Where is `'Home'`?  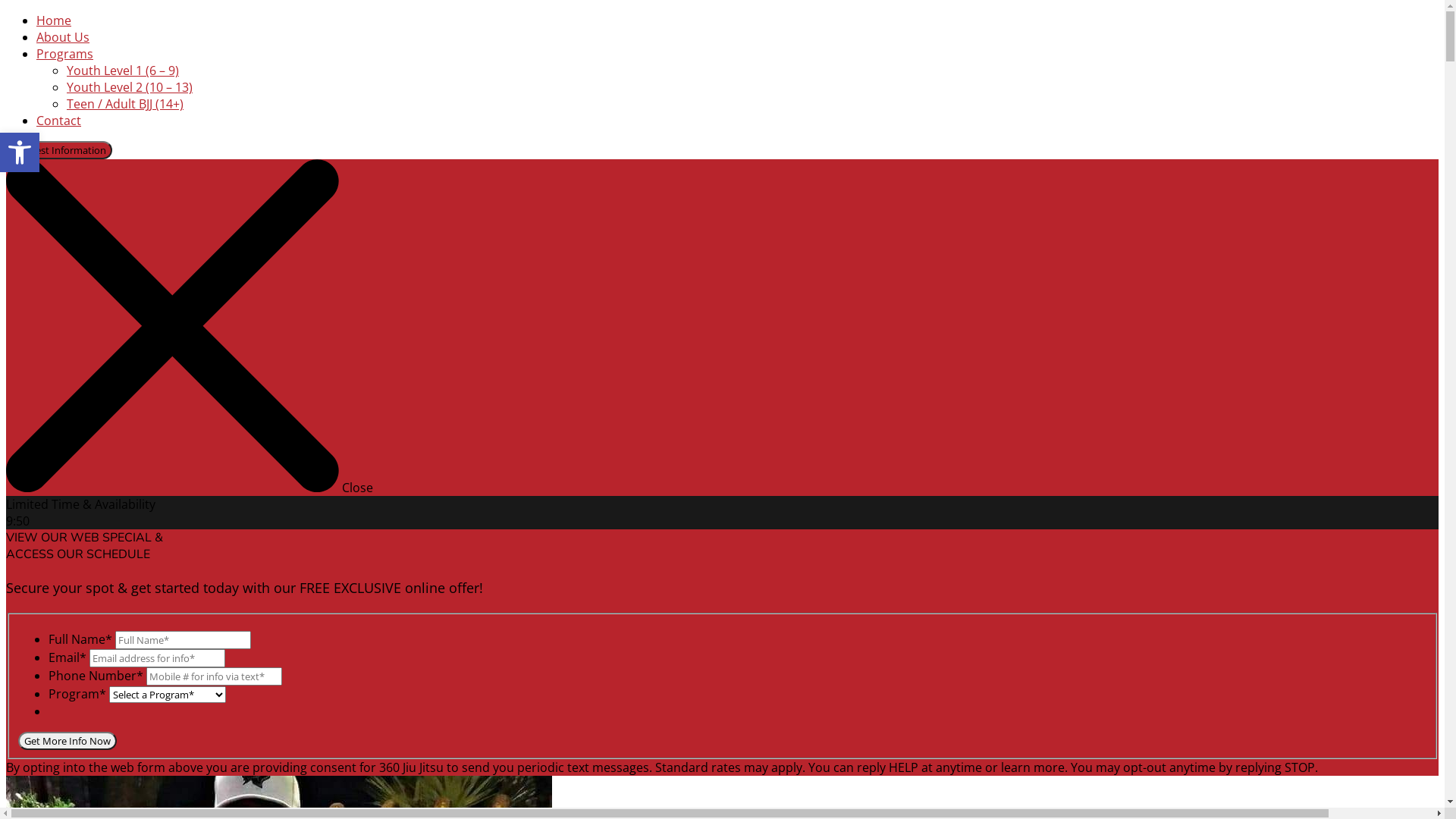 'Home' is located at coordinates (54, 20).